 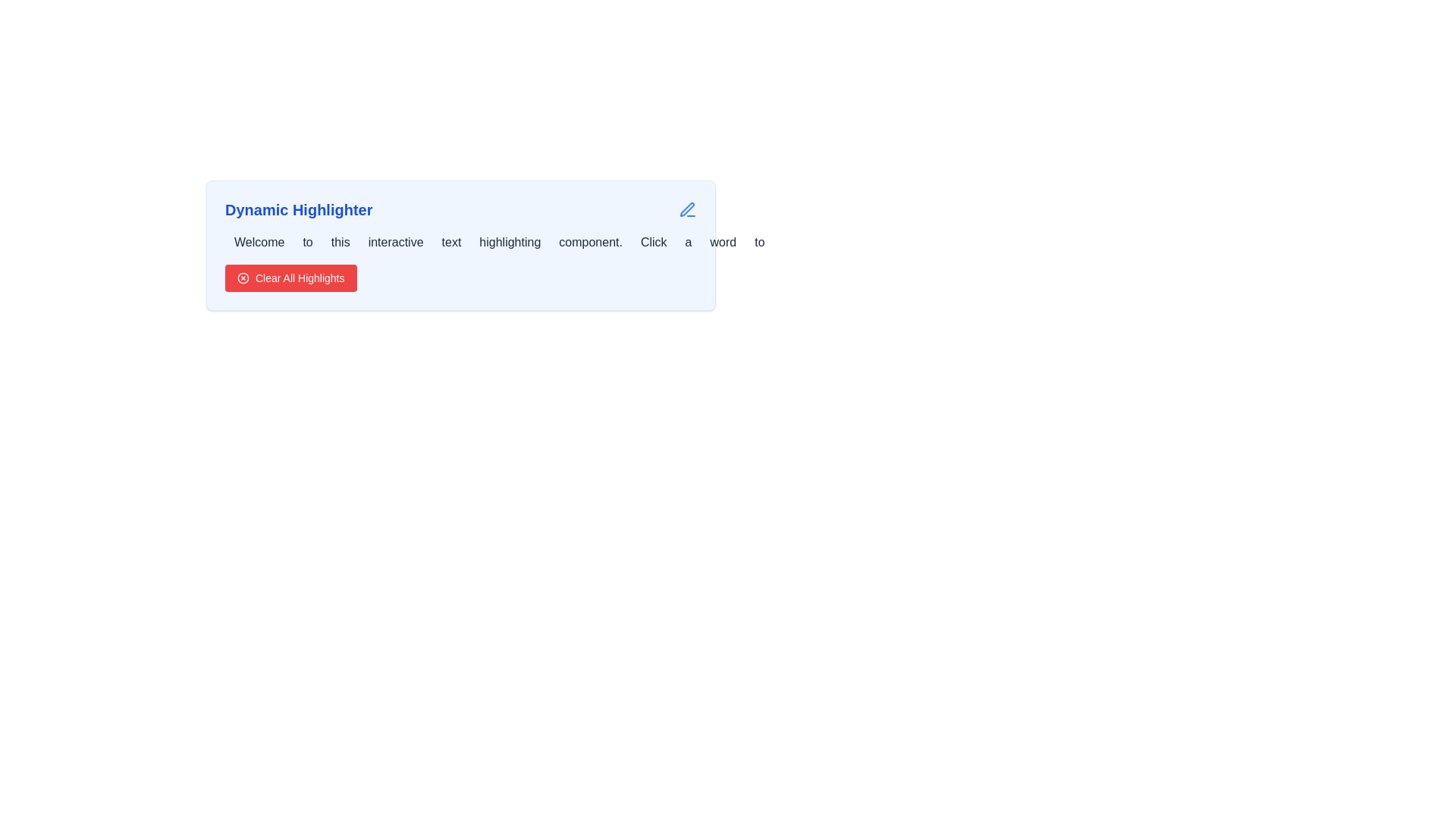 What do you see at coordinates (450, 241) in the screenshot?
I see `the fifth word 'highlight' in the sentence 'Welcome to this interactive text highlighting component. Click a word` at bounding box center [450, 241].